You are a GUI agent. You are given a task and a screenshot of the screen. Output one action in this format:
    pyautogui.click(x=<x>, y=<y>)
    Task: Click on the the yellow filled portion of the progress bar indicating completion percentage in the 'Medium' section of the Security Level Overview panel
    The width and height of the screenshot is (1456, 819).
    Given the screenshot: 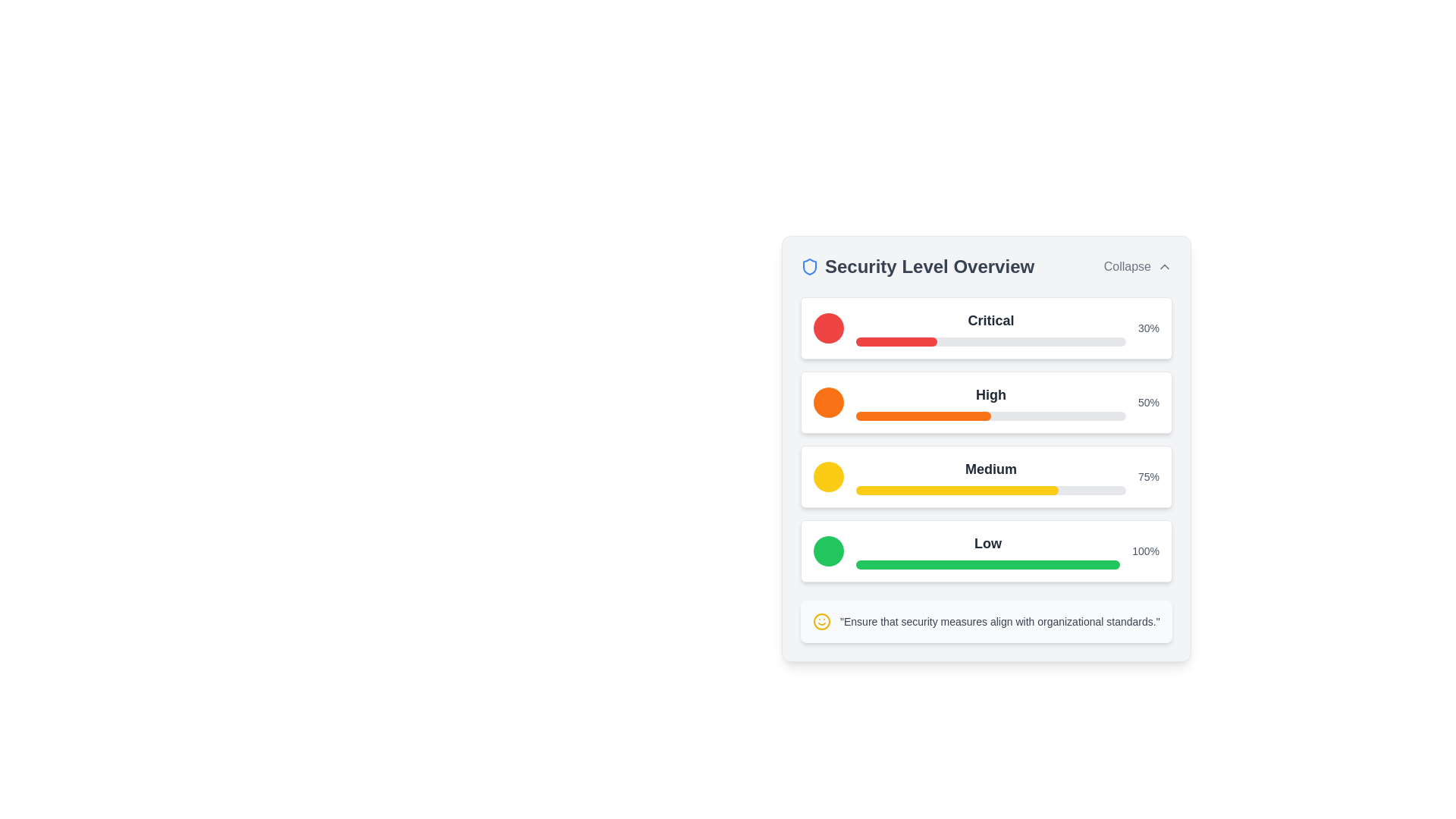 What is the action you would take?
    pyautogui.click(x=956, y=491)
    